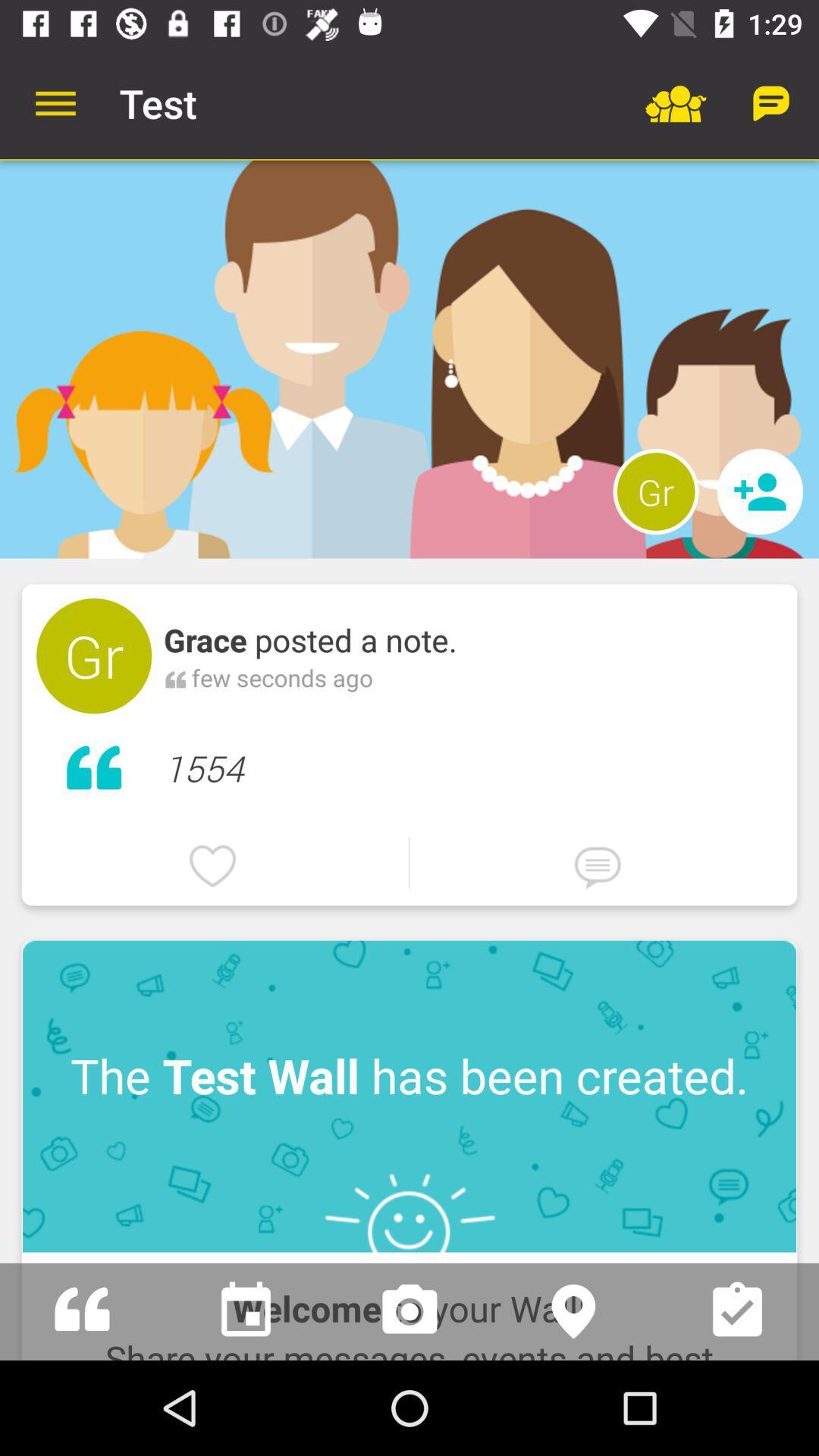 Image resolution: width=819 pixels, height=1456 pixels. Describe the element at coordinates (174, 676) in the screenshot. I see `icon next to few seconds ago` at that location.